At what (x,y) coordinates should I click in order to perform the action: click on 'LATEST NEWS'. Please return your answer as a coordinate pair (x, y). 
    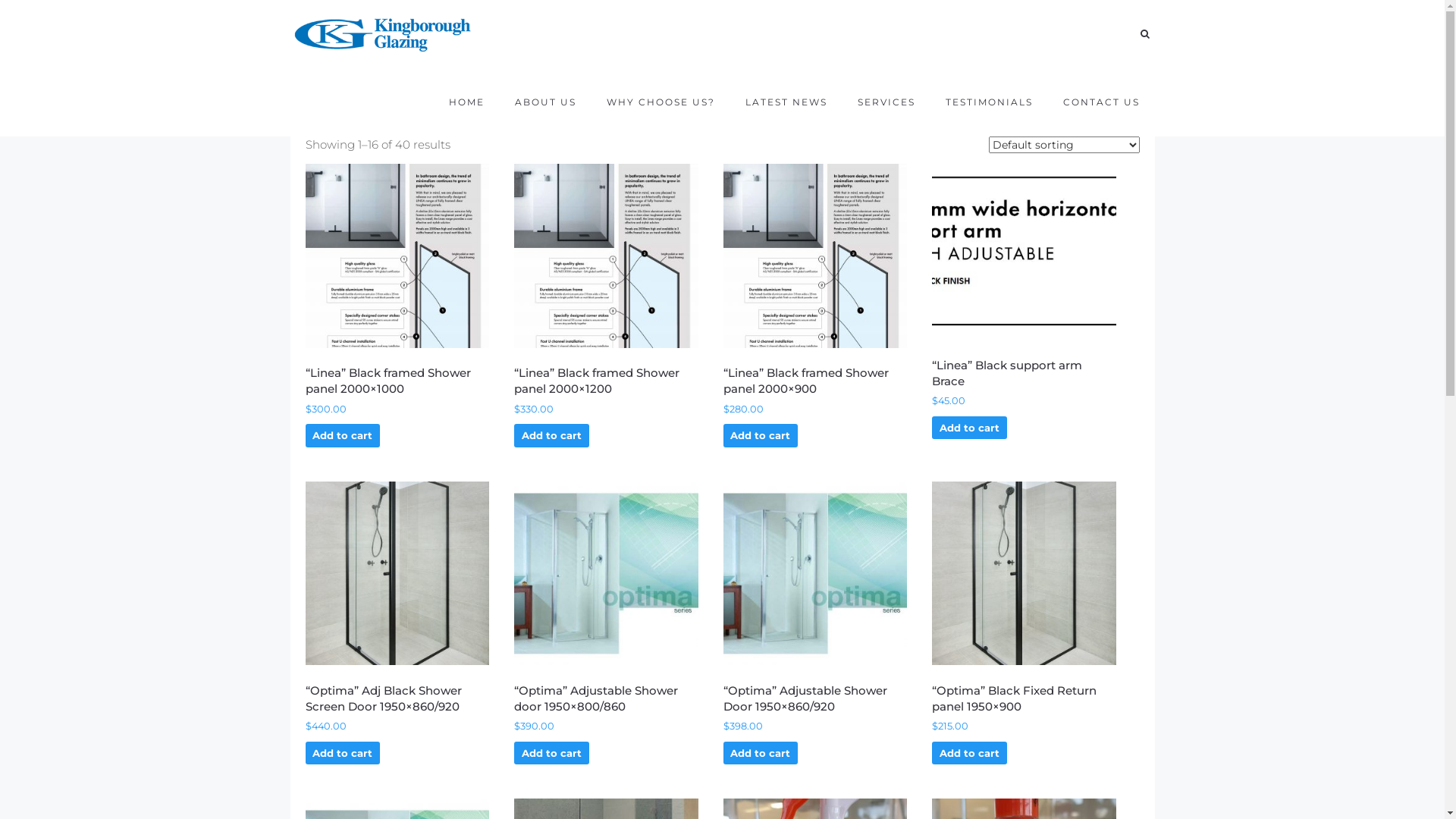
    Looking at the image, I should click on (786, 102).